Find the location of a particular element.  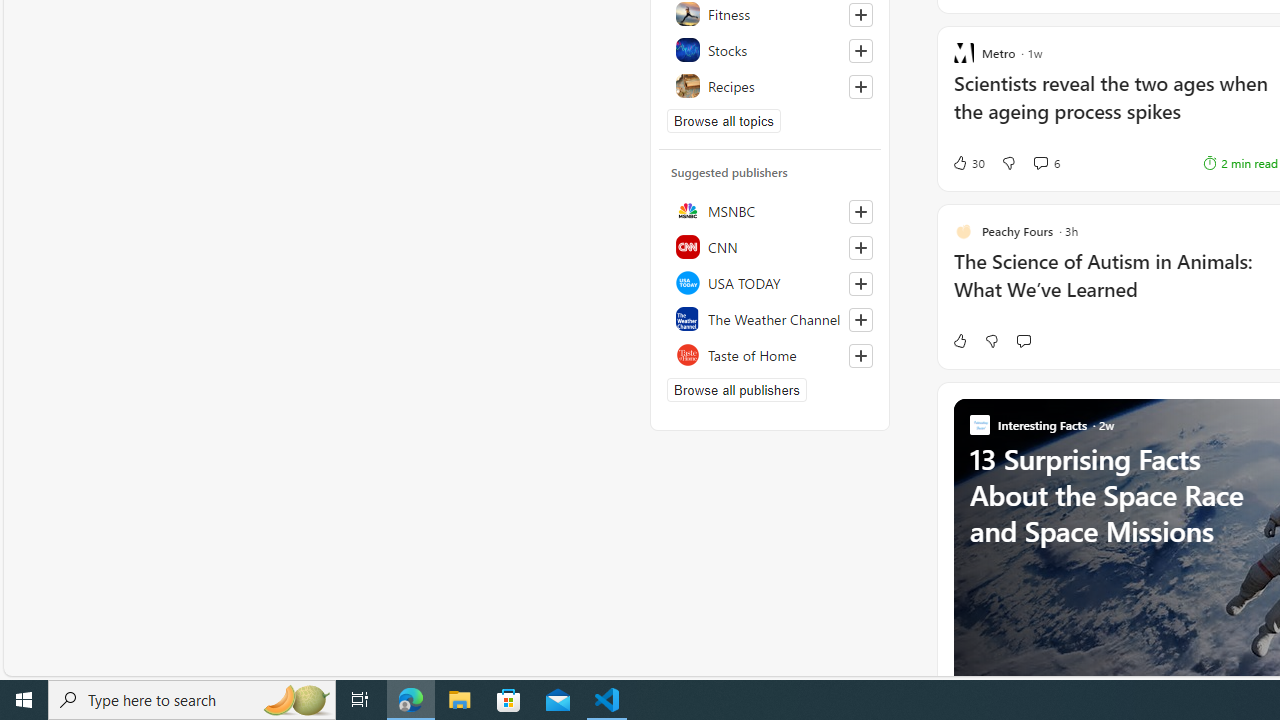

'View comments 6 Comment' is located at coordinates (1044, 162).